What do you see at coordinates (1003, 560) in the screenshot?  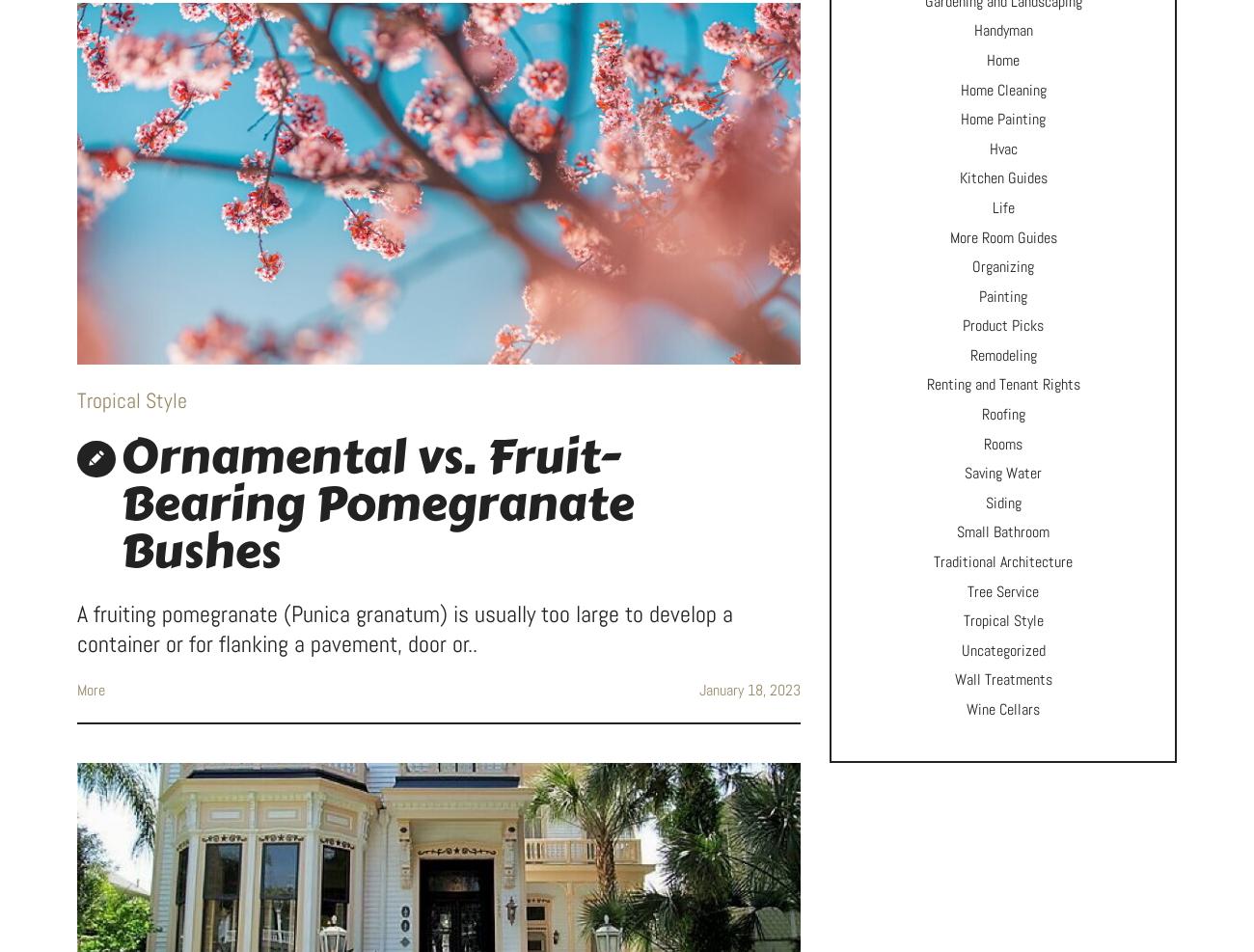 I see `'Traditional Architecture'` at bounding box center [1003, 560].